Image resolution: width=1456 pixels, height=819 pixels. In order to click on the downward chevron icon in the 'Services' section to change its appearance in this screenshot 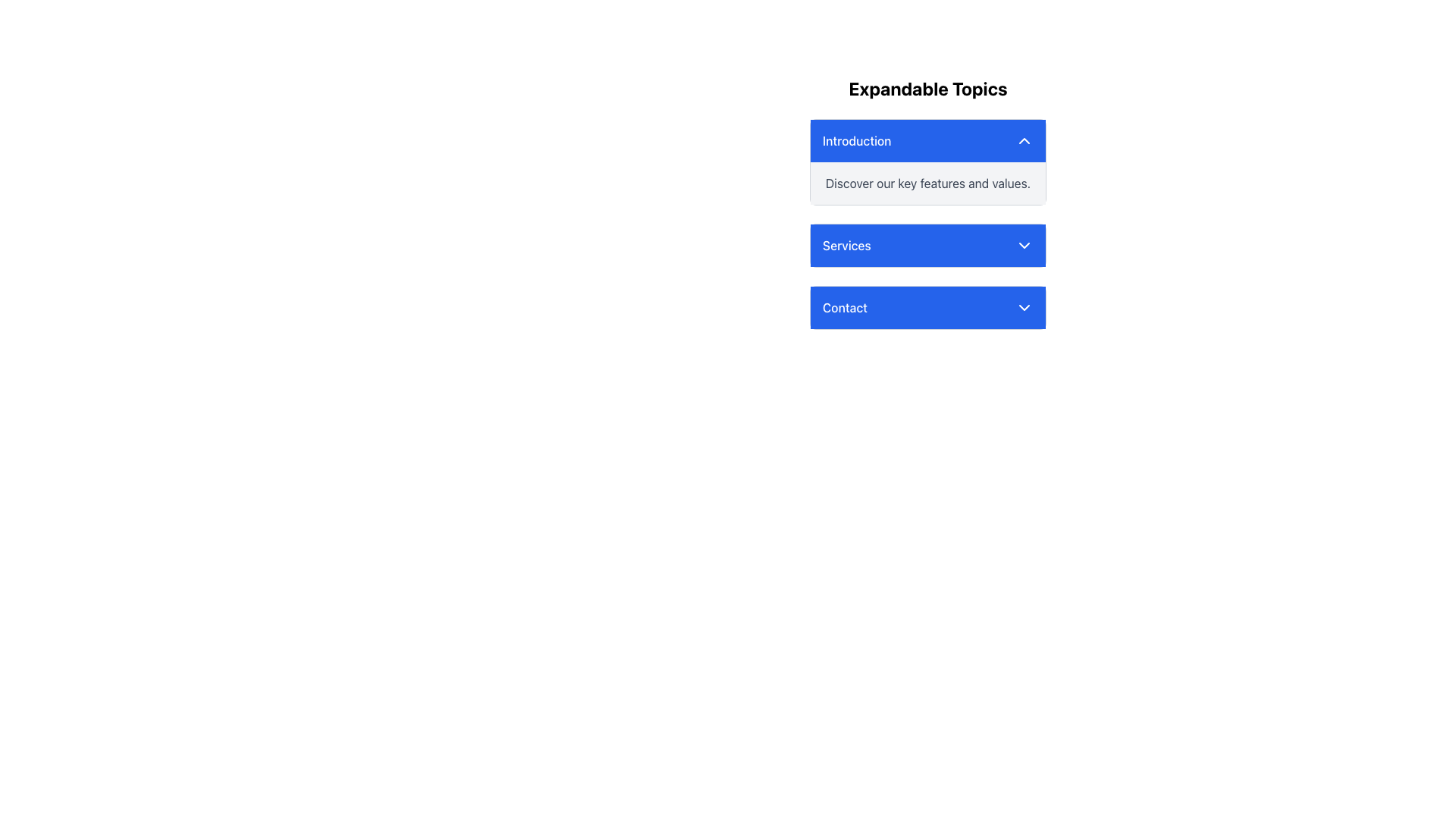, I will do `click(1024, 245)`.